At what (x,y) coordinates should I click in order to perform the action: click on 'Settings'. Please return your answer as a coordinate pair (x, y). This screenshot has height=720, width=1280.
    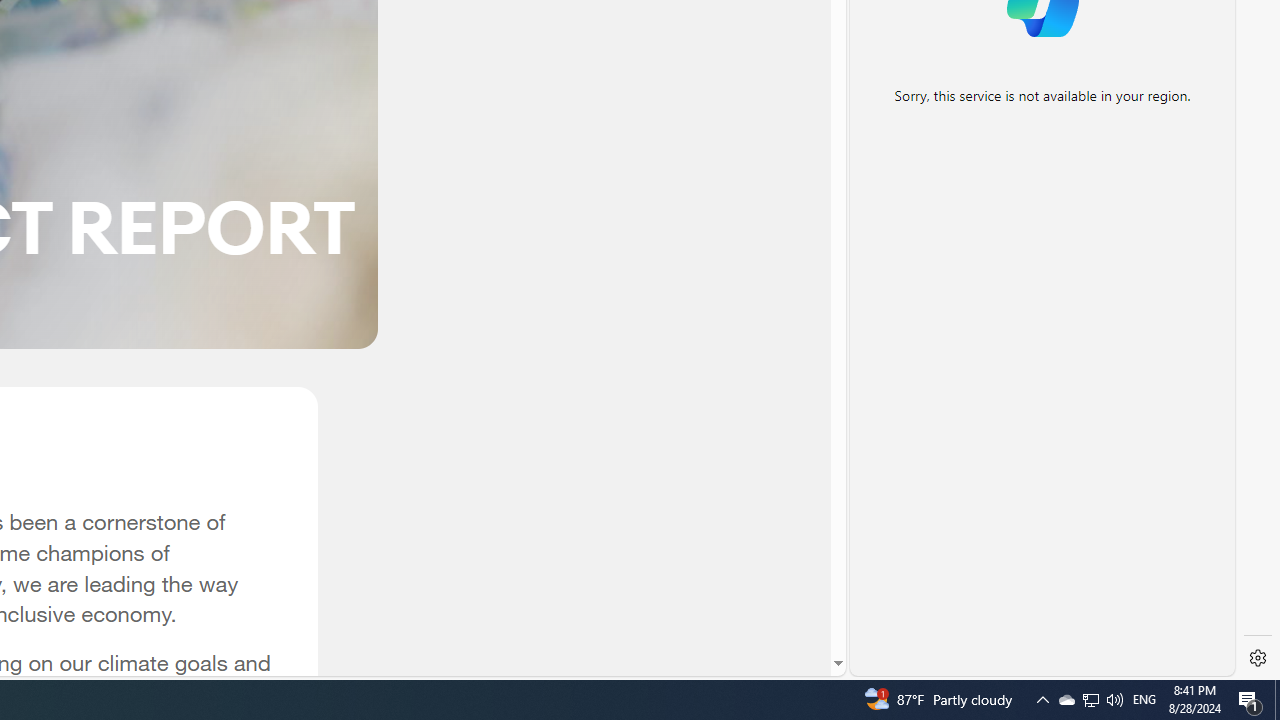
    Looking at the image, I should click on (1257, 658).